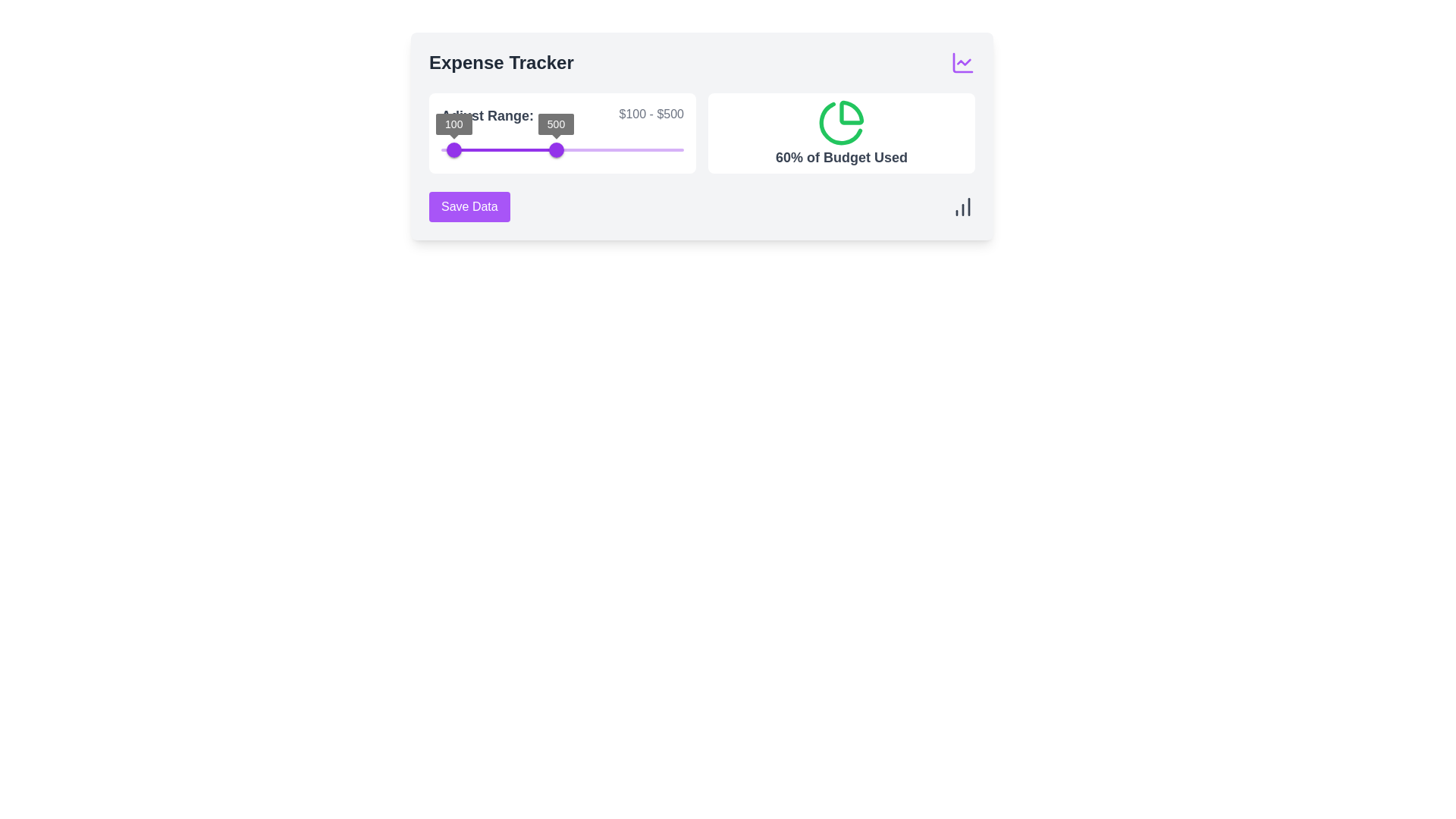 The width and height of the screenshot is (1456, 819). I want to click on the target slider's value, so click(438, 152).